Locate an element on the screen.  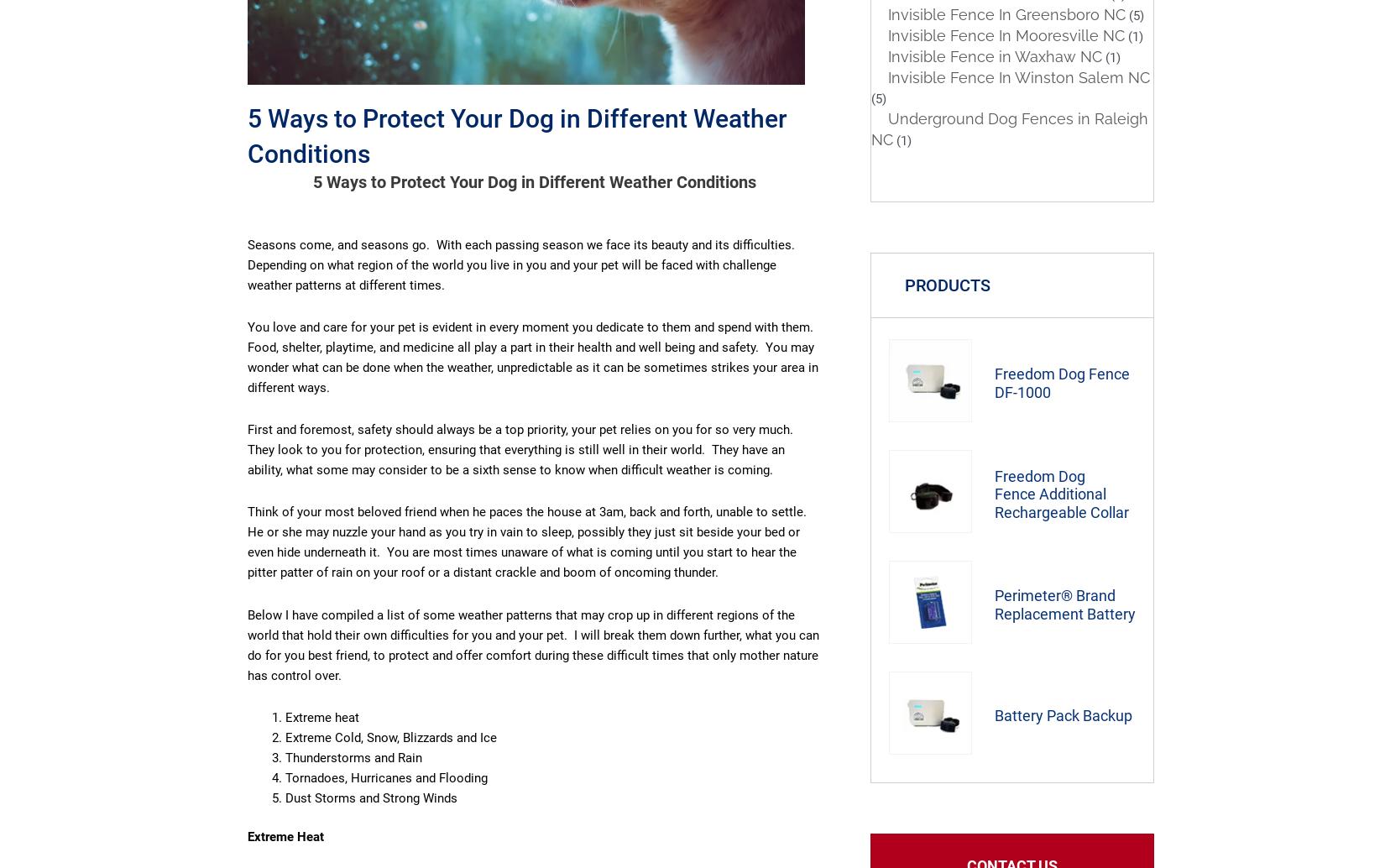
'Dust Storms and Strong Winds' is located at coordinates (370, 797).